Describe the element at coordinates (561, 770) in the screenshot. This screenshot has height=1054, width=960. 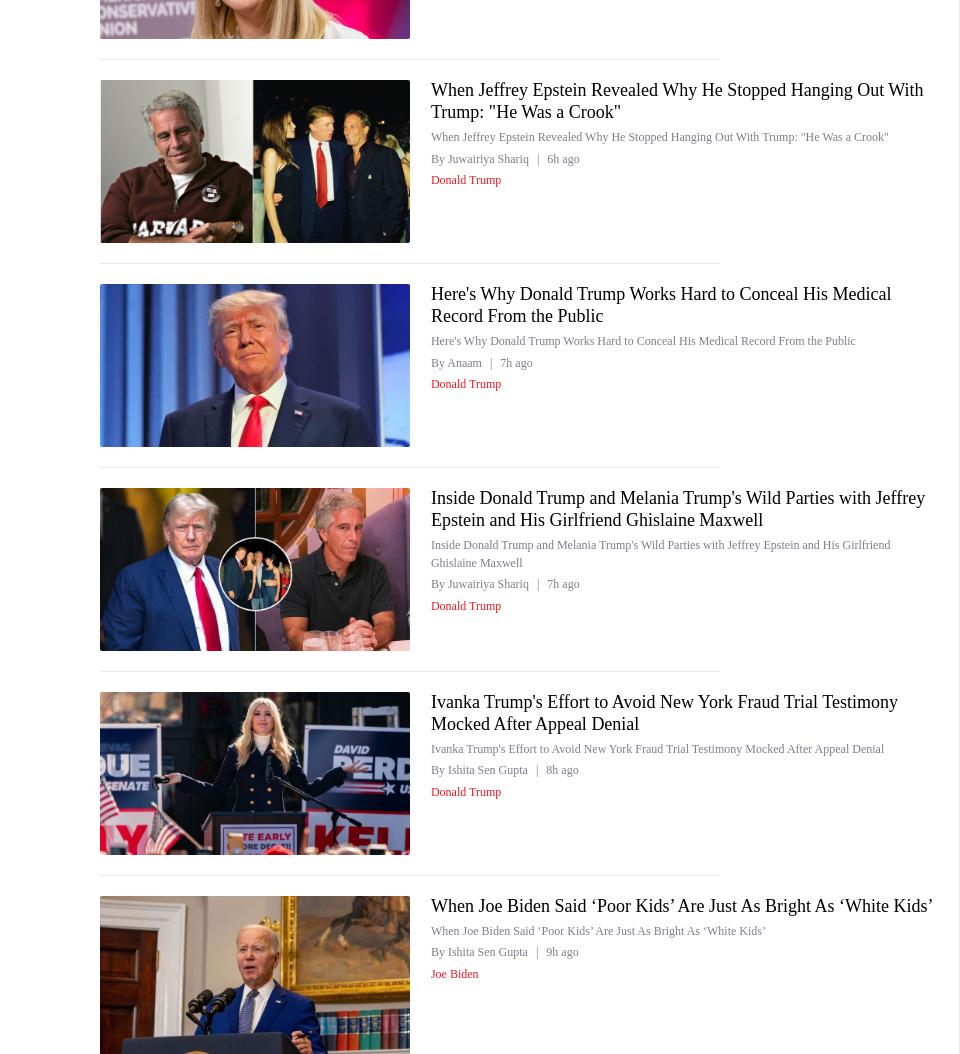
I see `'8h ago'` at that location.